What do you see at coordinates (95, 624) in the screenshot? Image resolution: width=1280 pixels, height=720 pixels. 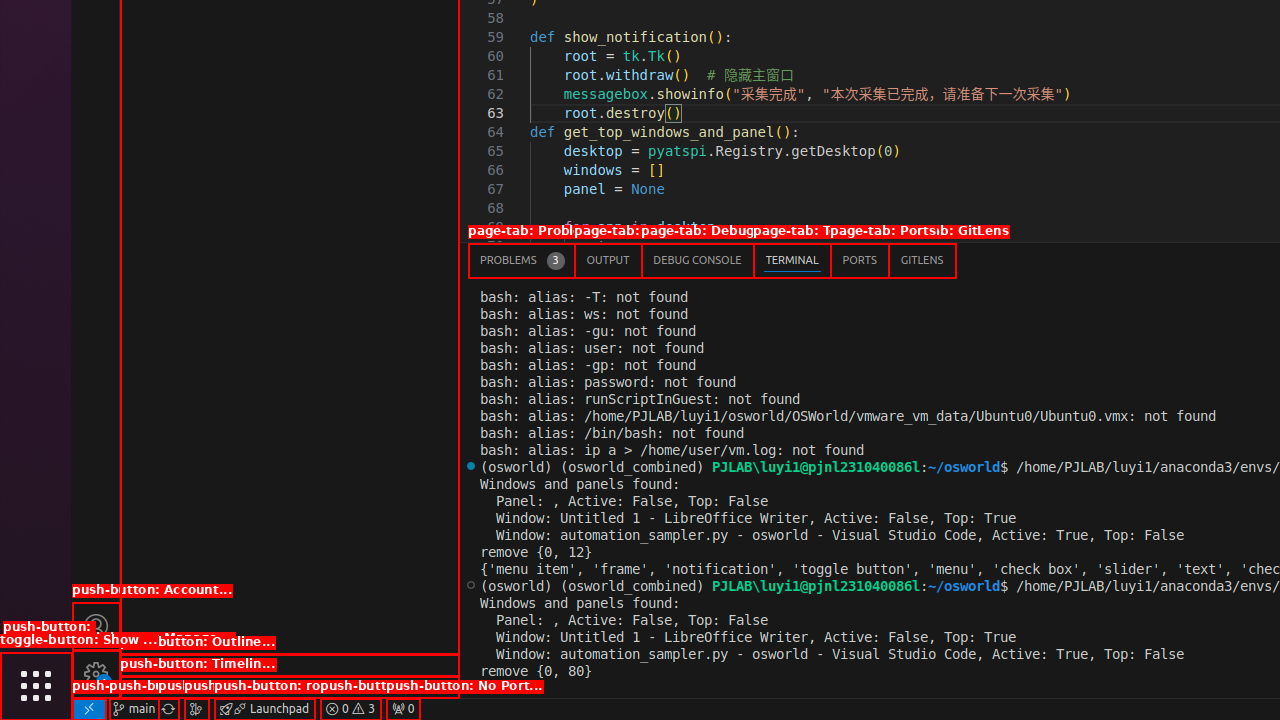 I see `'Accounts'` at bounding box center [95, 624].